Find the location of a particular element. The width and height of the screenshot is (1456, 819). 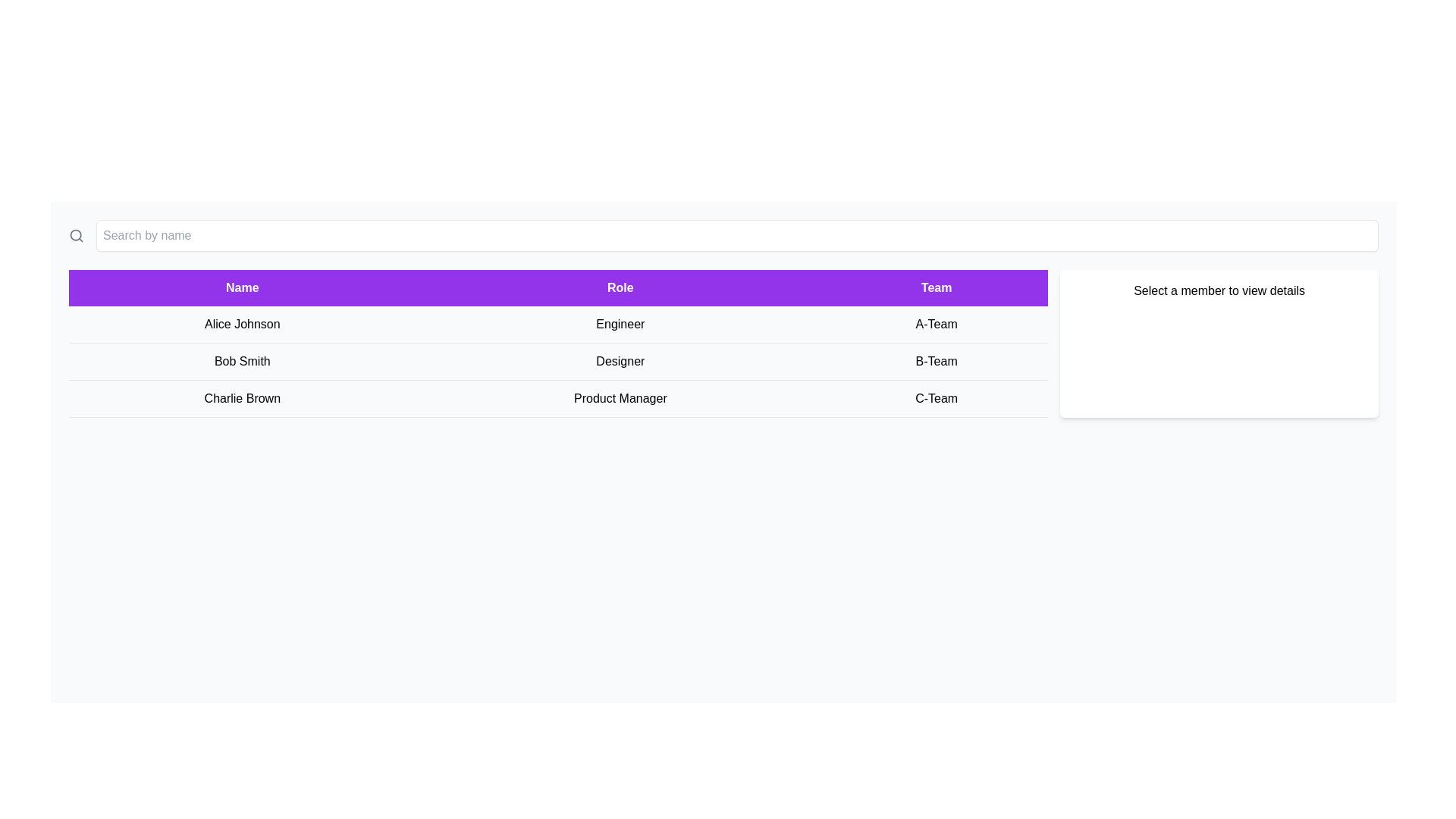

the topmost row in the table containing the name 'Alice Johnson', the role 'Engineer', and the team 'A-Team' to view additional details is located at coordinates (557, 324).